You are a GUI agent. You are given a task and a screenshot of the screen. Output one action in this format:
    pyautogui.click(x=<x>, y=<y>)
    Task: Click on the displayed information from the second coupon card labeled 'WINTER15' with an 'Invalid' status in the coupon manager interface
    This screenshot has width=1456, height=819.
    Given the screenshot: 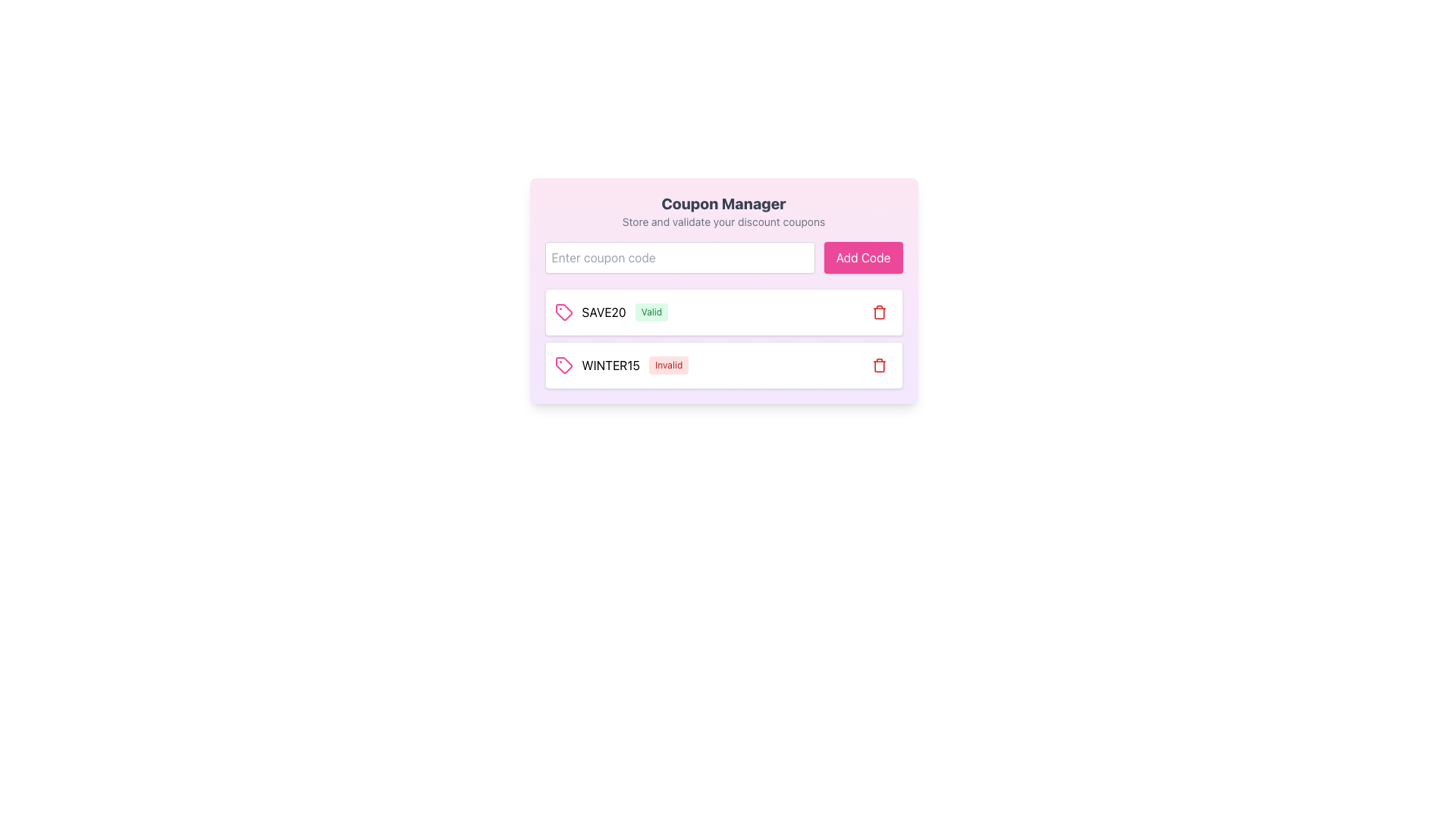 What is the action you would take?
    pyautogui.click(x=723, y=366)
    